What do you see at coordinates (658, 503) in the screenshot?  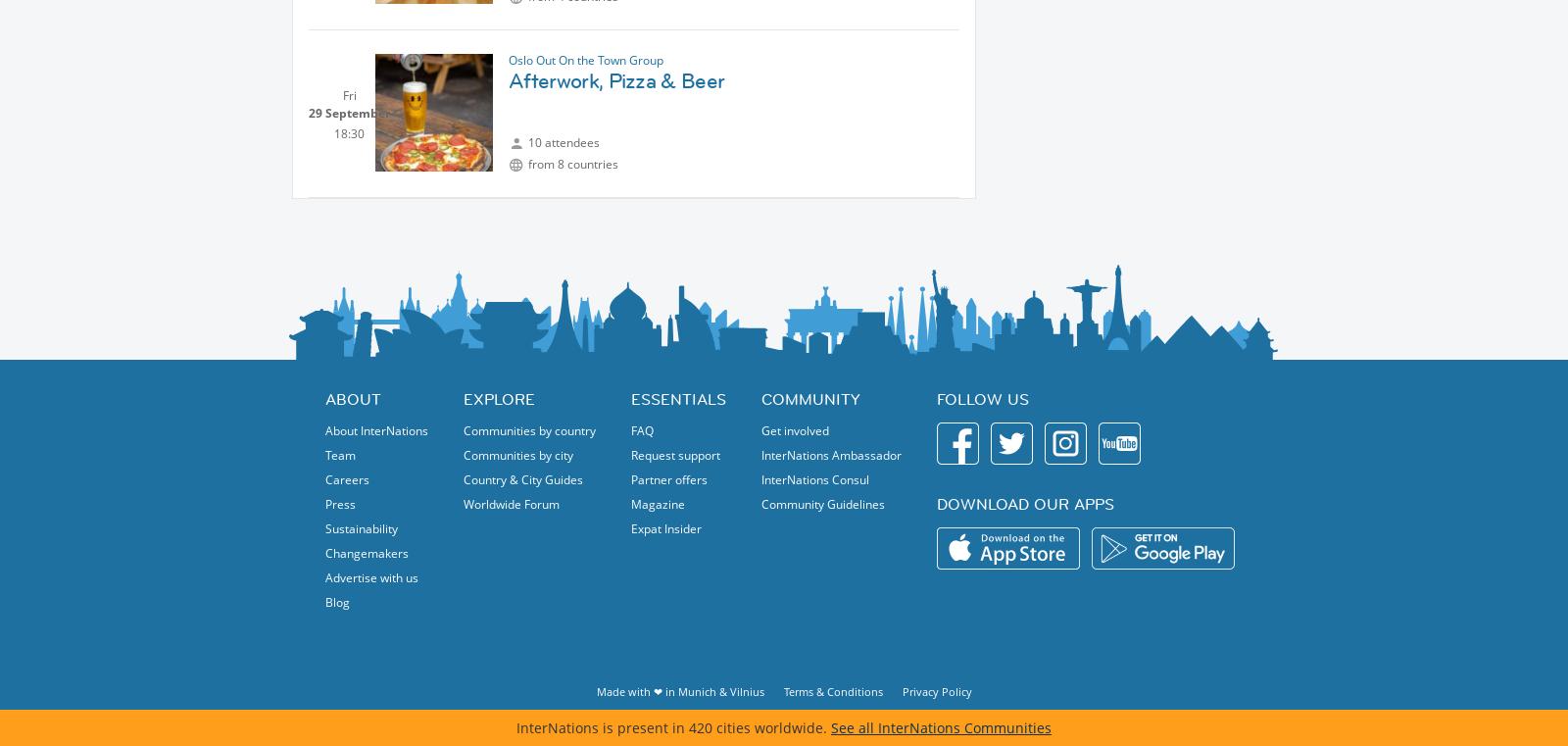 I see `'Magazine'` at bounding box center [658, 503].